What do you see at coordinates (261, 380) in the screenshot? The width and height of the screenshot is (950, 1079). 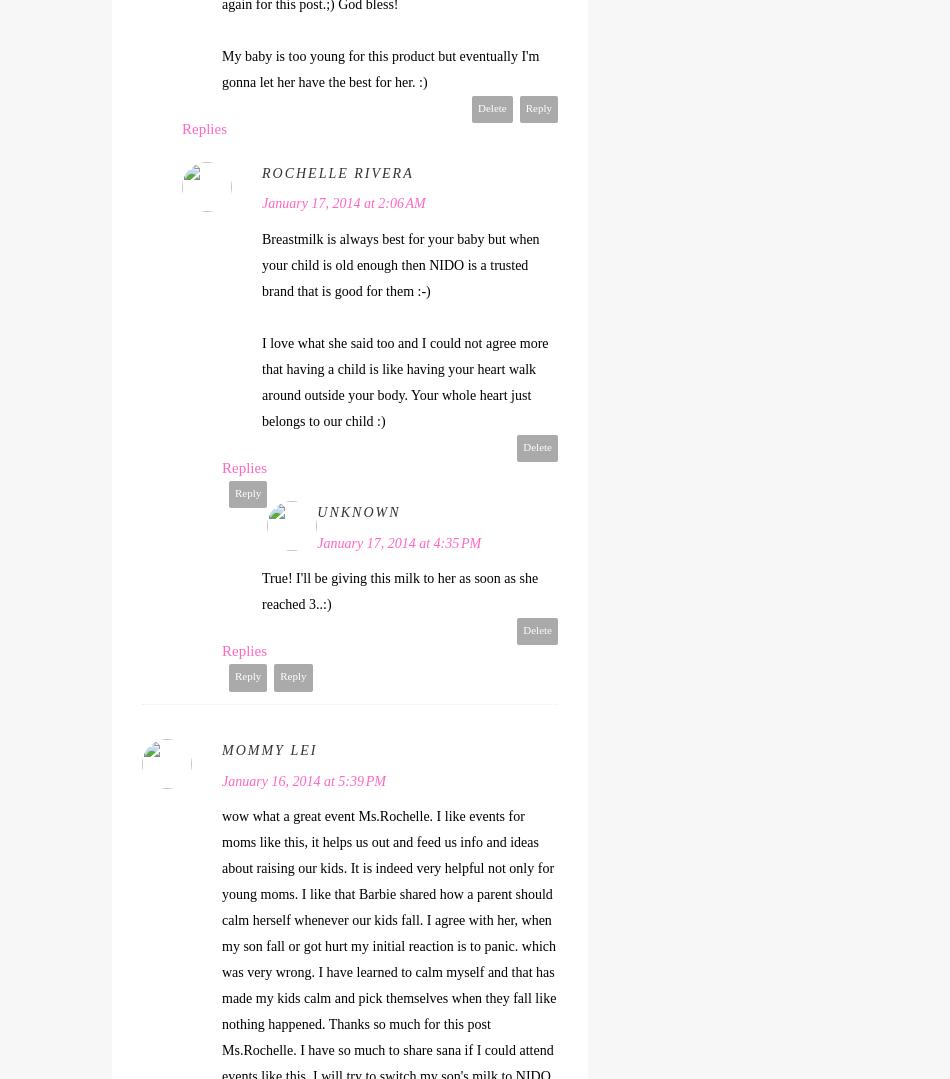 I see `'I love what she said too and I could not agree more that having a child is like having your heart walk around outside your body. Your whole heart just belongs to our child :)'` at bounding box center [261, 380].